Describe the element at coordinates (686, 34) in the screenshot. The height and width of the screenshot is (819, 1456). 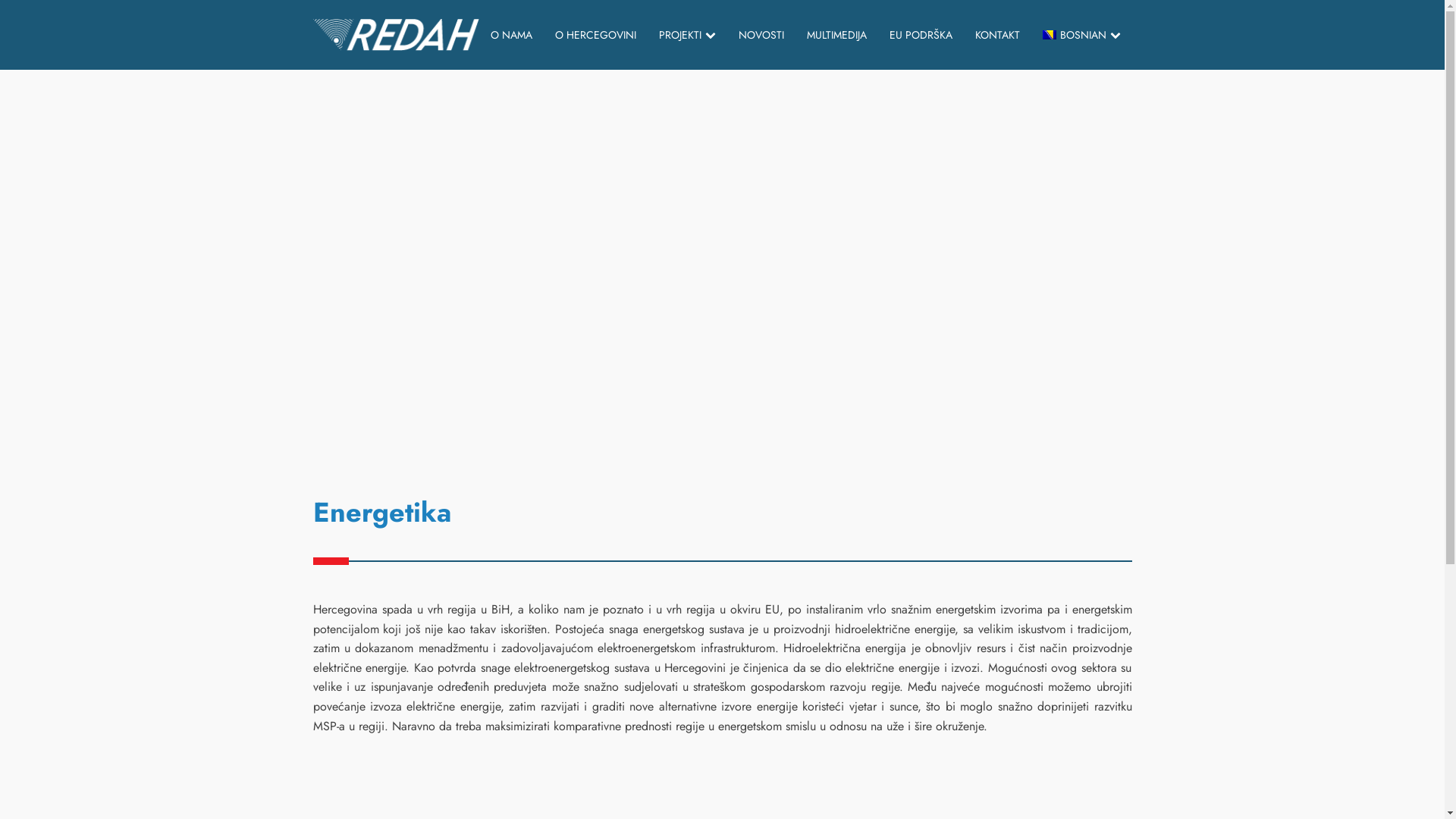
I see `'PROJEKTI'` at that location.